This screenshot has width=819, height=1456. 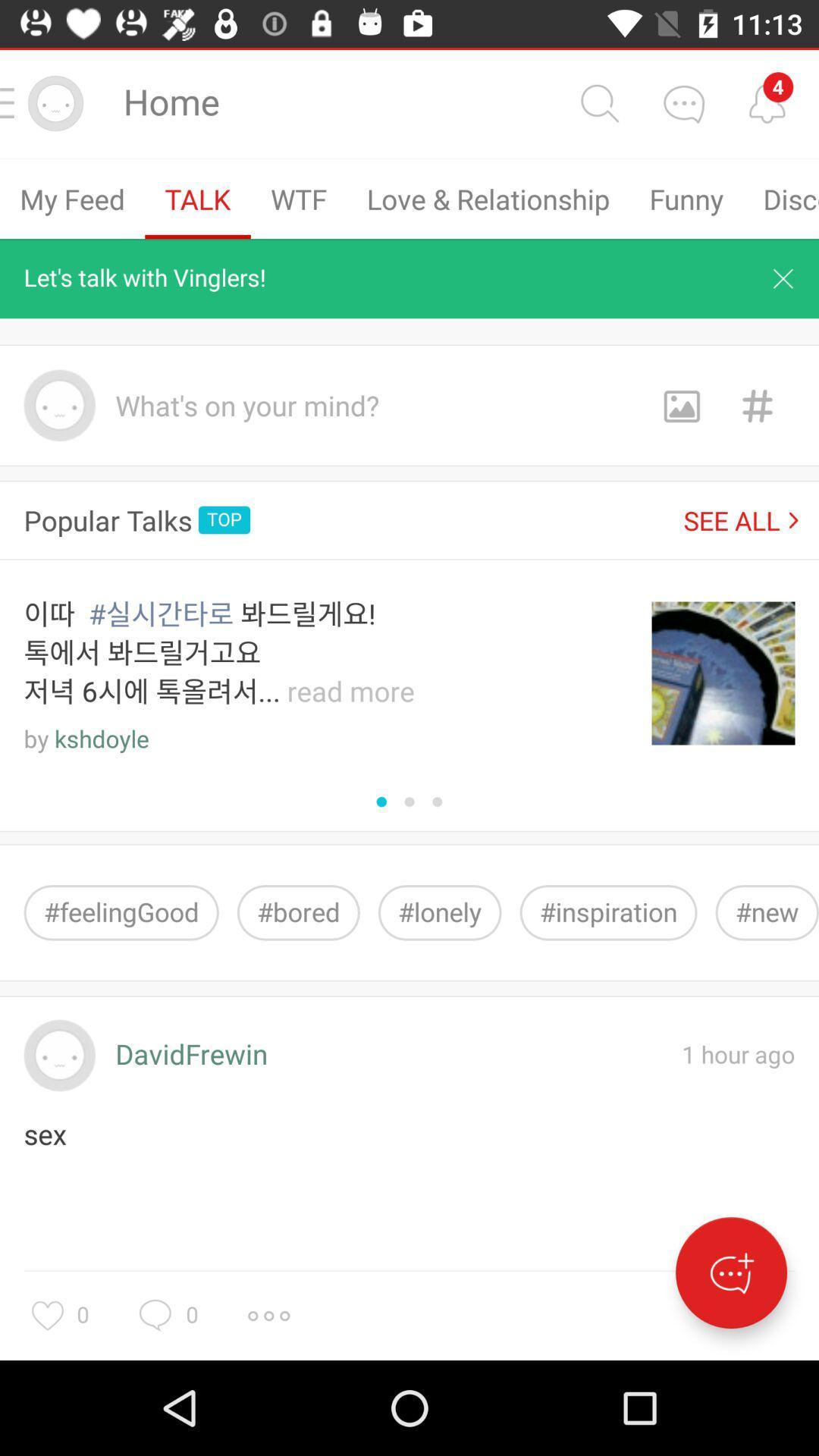 What do you see at coordinates (298, 912) in the screenshot?
I see `icon to the right of #feelinggood item` at bounding box center [298, 912].